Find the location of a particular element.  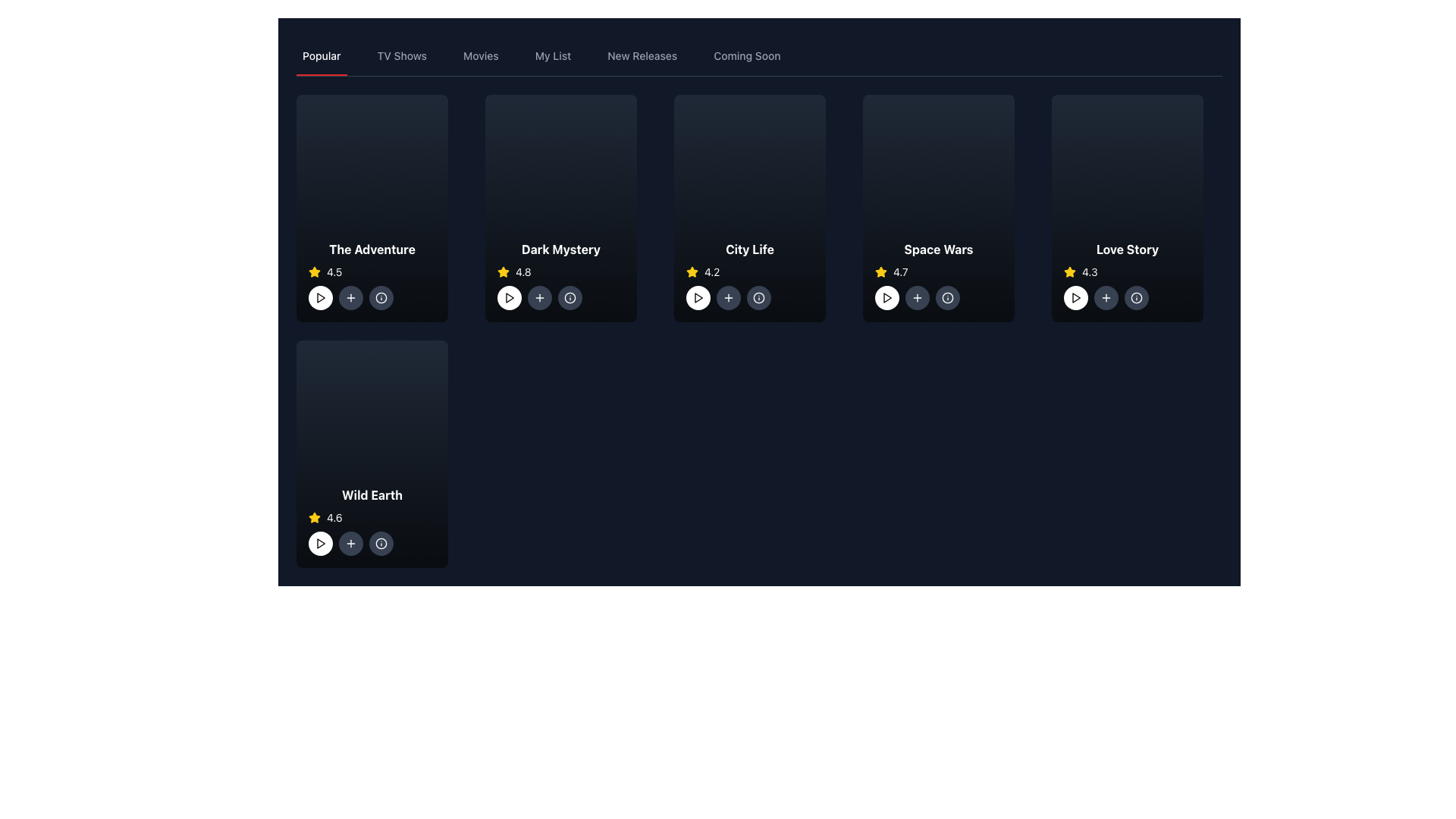

the circular SVG element located inside the icon below the 'The Adventure' card in the Popular movies section is located at coordinates (381, 298).